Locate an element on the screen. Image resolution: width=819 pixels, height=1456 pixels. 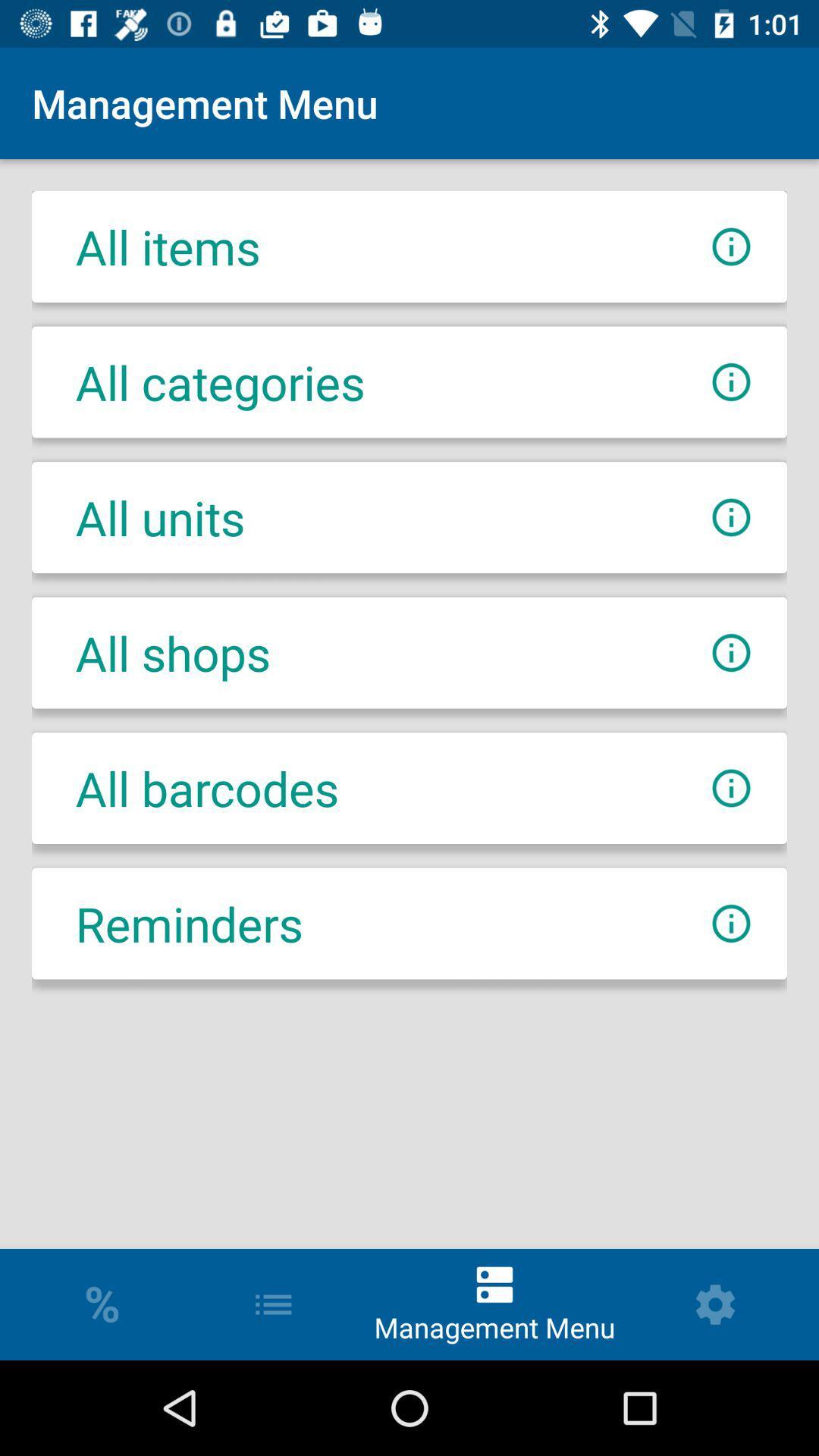
open infos for all barcodes is located at coordinates (730, 788).